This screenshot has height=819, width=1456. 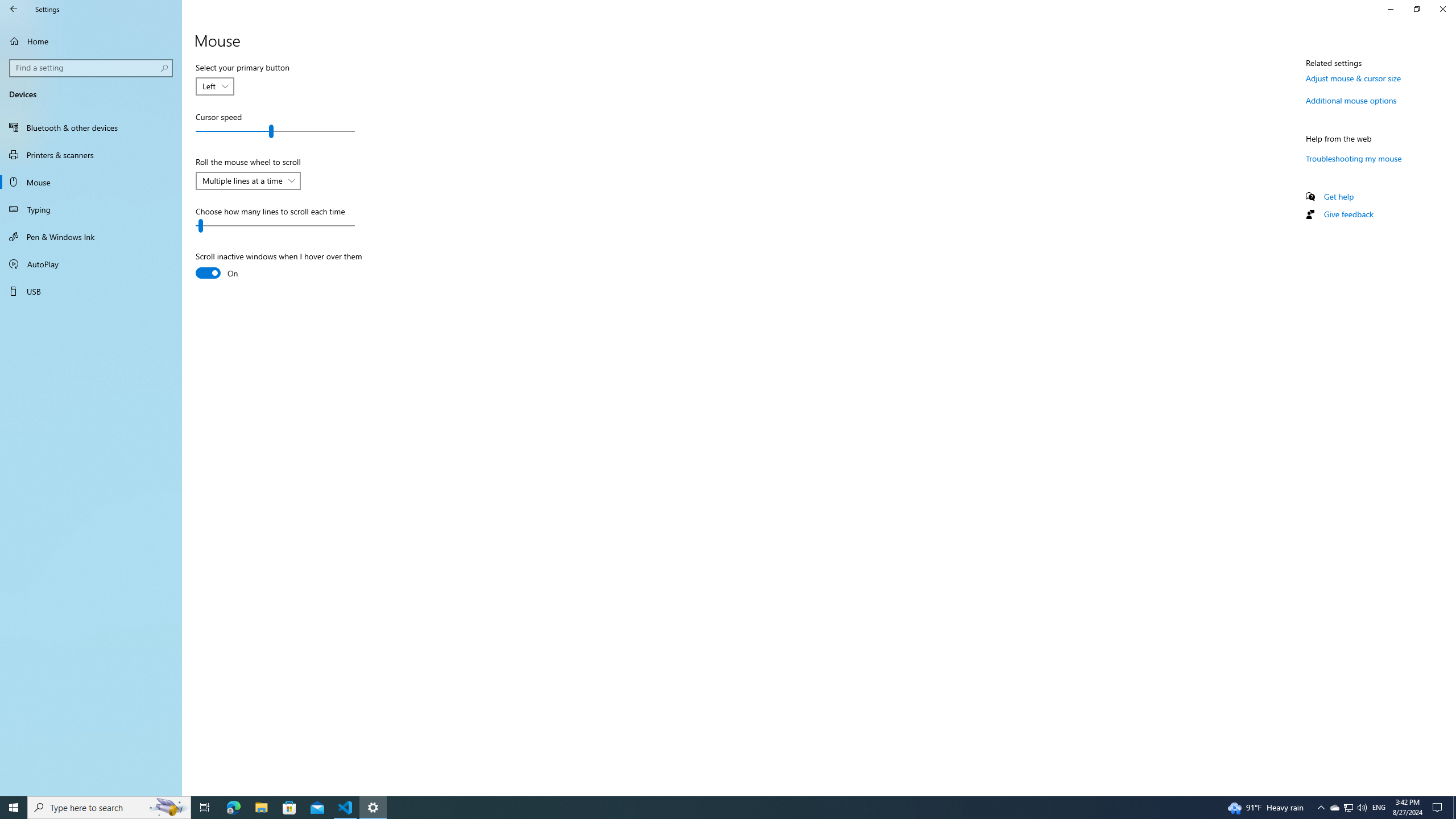 What do you see at coordinates (1352, 78) in the screenshot?
I see `'Adjust mouse & cursor size'` at bounding box center [1352, 78].